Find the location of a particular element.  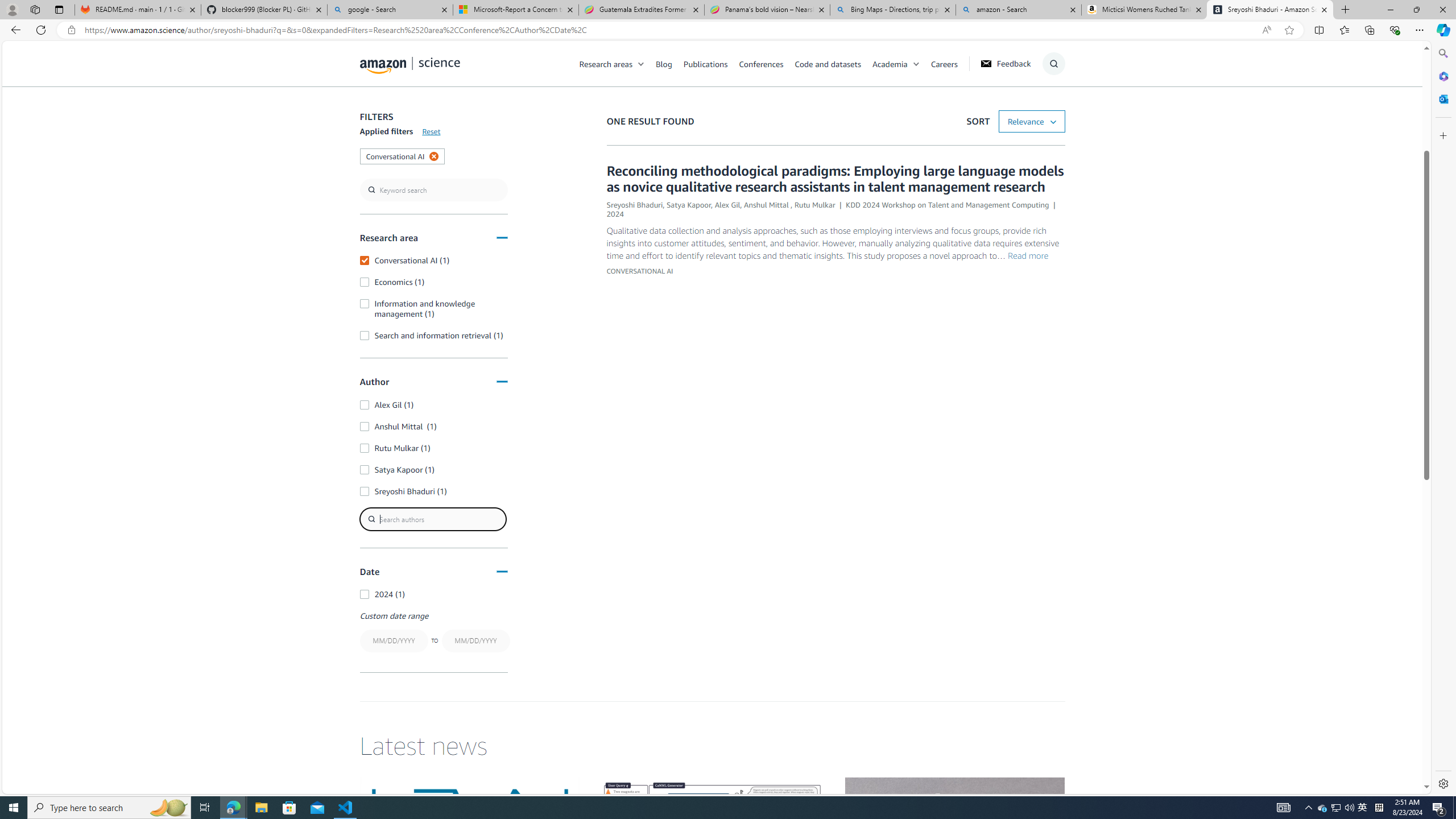

'Custom date rangeTO' is located at coordinates (433, 632).